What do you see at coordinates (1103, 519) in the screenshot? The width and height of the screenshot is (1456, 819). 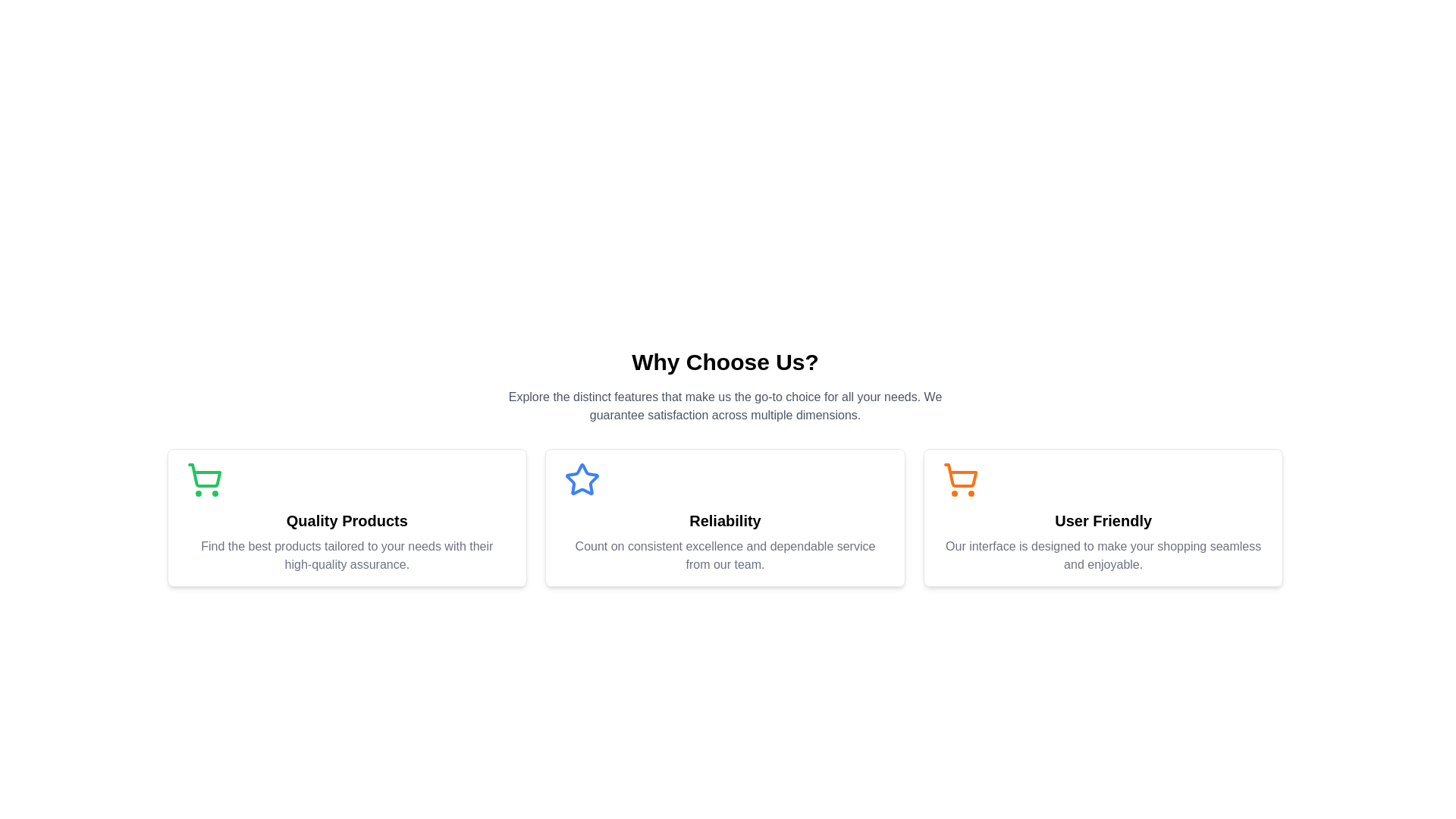 I see `the heading text element located in the lower section of the third card from the left, just above the descriptive text` at bounding box center [1103, 519].